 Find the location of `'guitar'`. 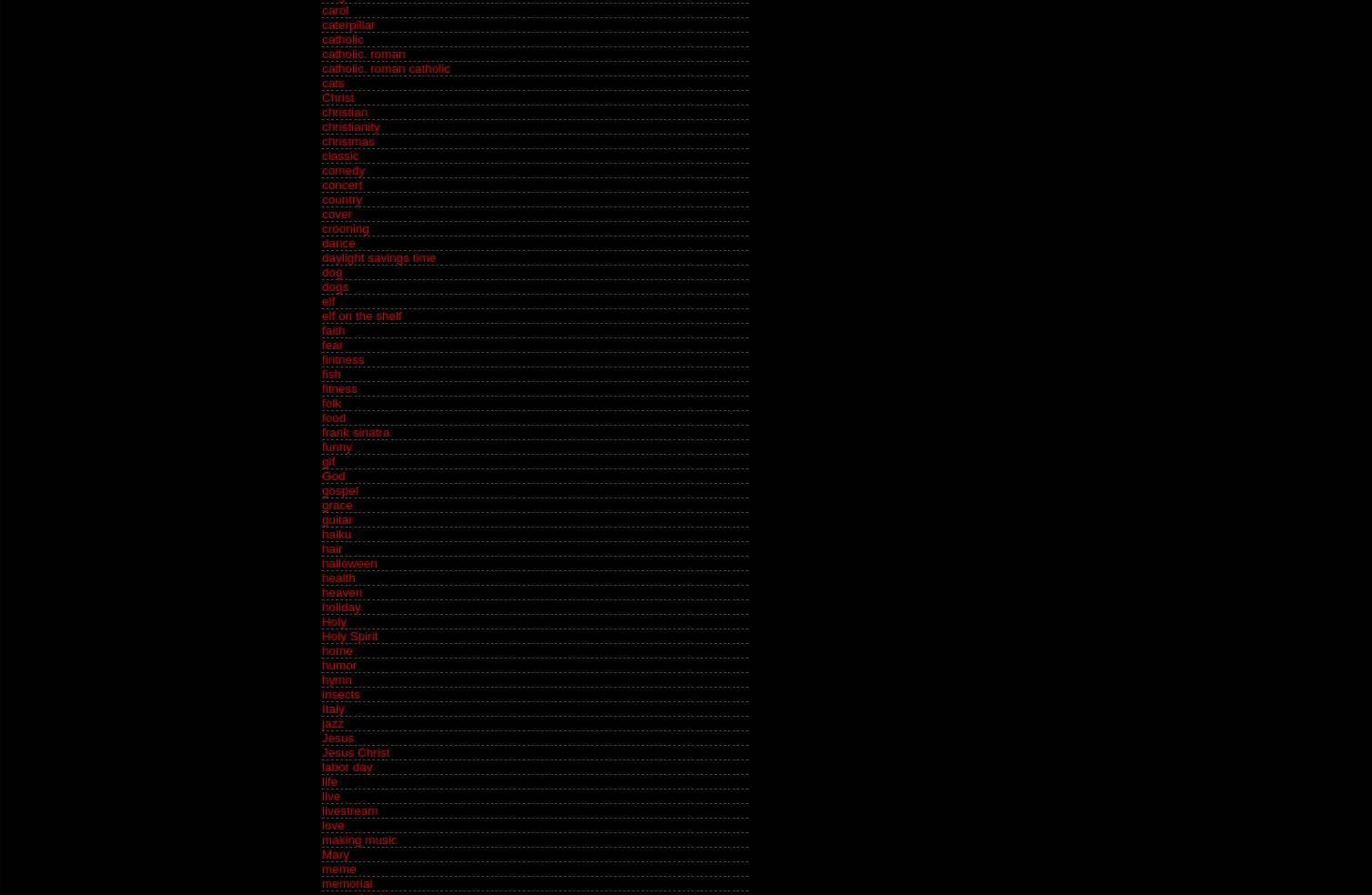

'guitar' is located at coordinates (320, 518).